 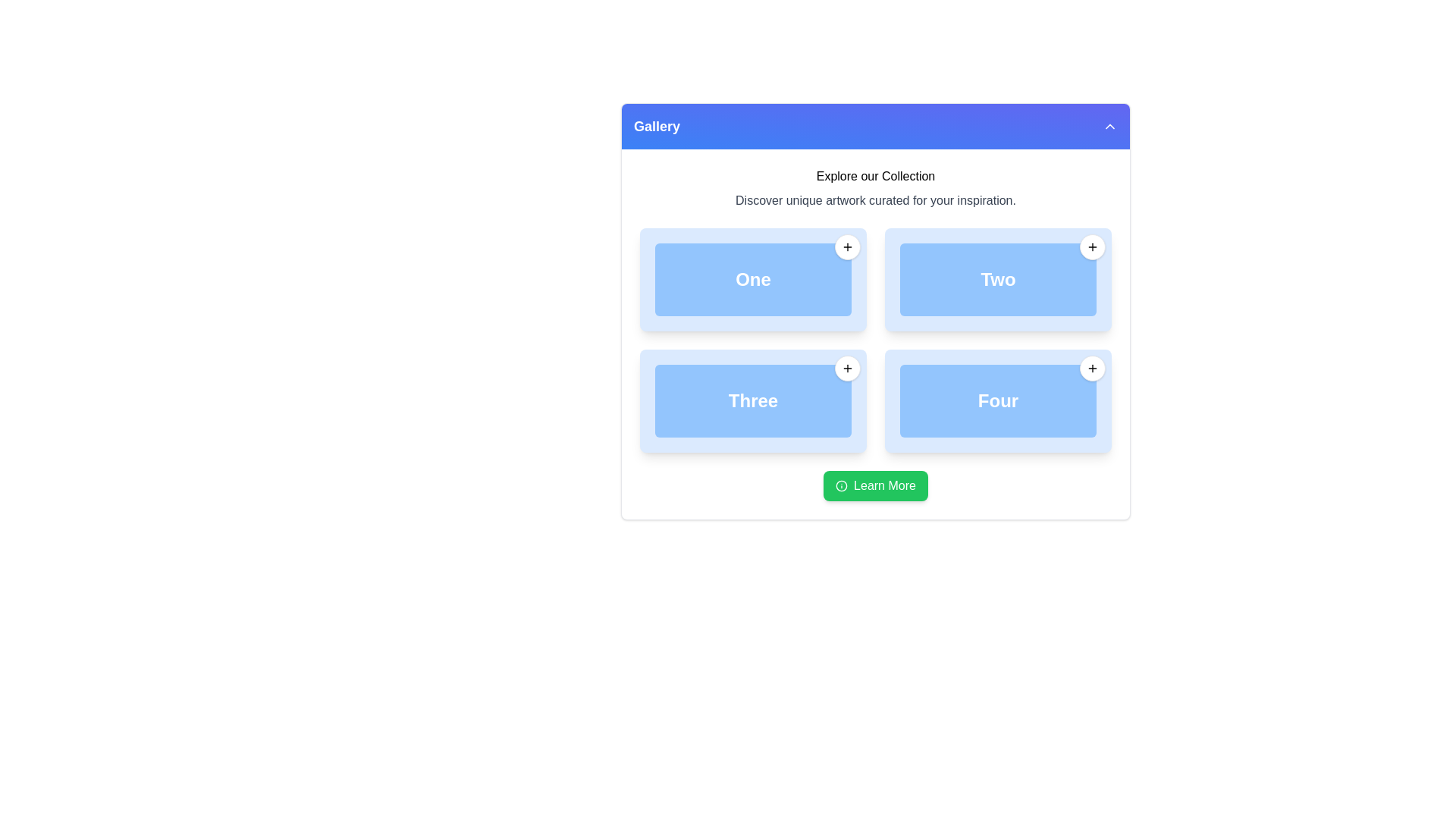 I want to click on the text label that reads 'Four', which is styled in bold white text on a light blue background within the lower-right rectangle of a grid, so click(x=998, y=400).